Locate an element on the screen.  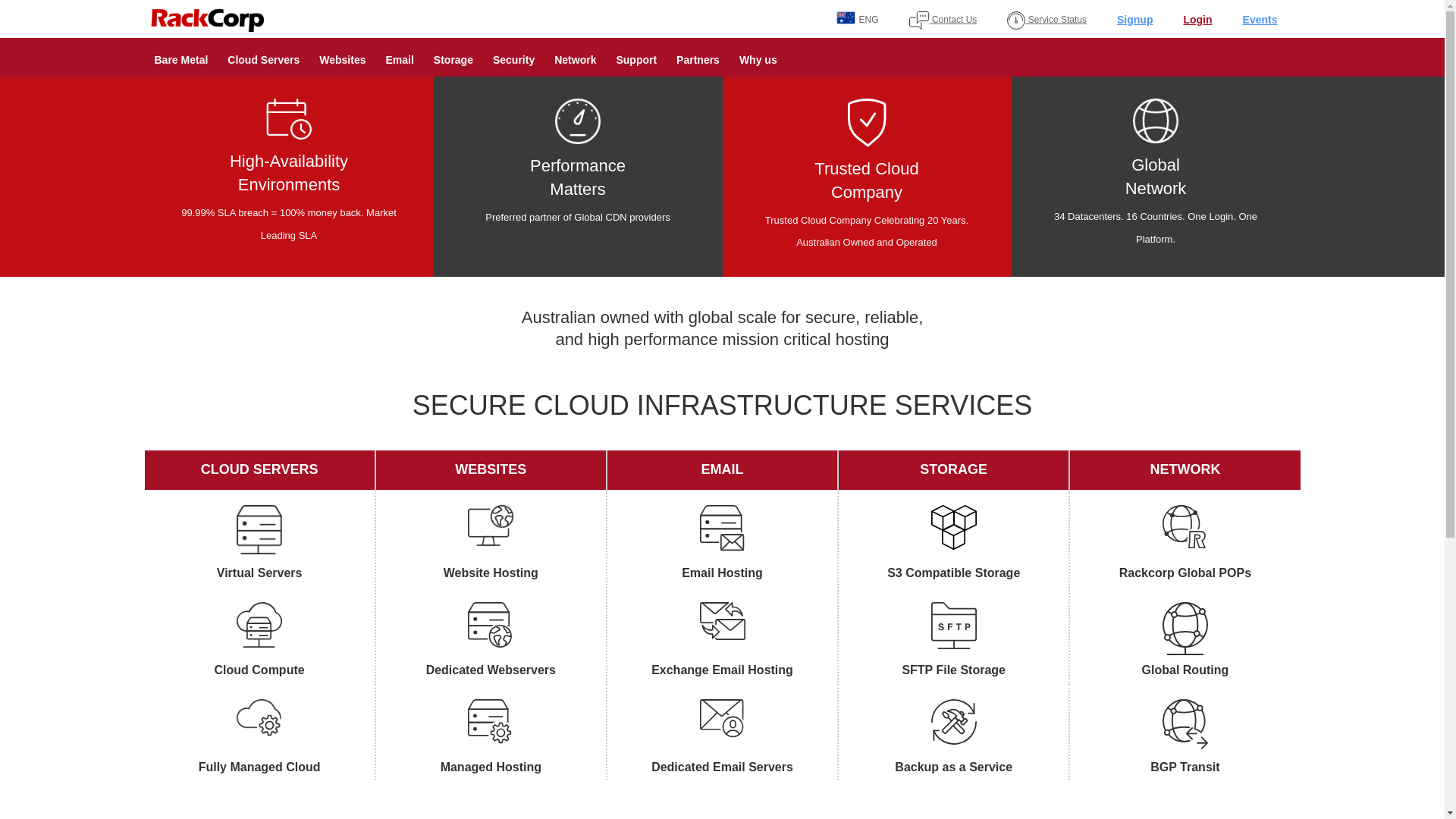
'Signup' is located at coordinates (1134, 20).